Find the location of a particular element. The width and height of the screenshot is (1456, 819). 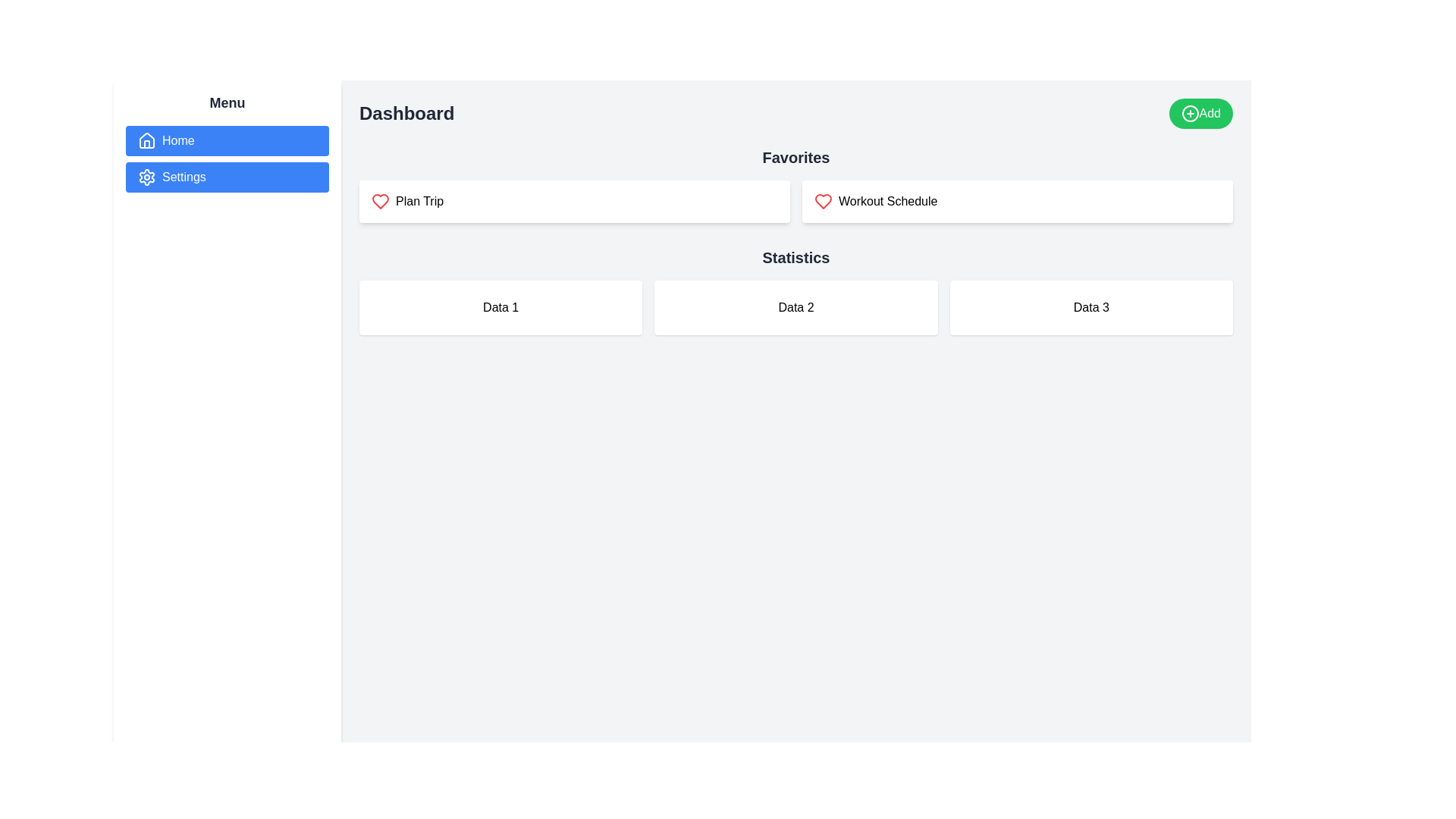

the 'Menu' label located at the top of the left sidebar menu, which displays the word 'Menu' in bold dark gray lettering is located at coordinates (226, 102).